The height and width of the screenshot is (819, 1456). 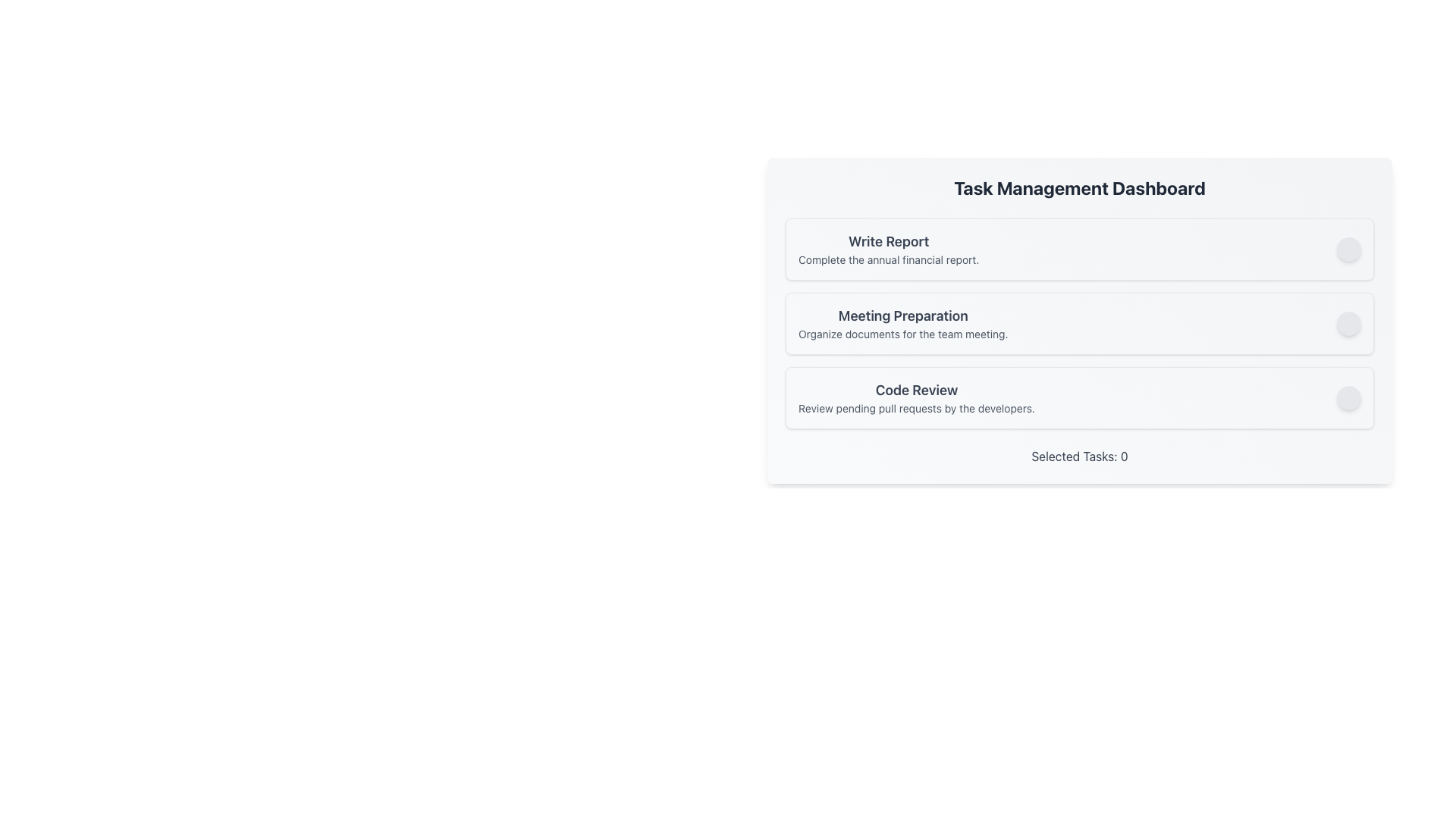 I want to click on the Static Text element displaying 'Review pending pull requests by the developers.' located below the 'Code Review' heading in the third task panel, so click(x=916, y=408).